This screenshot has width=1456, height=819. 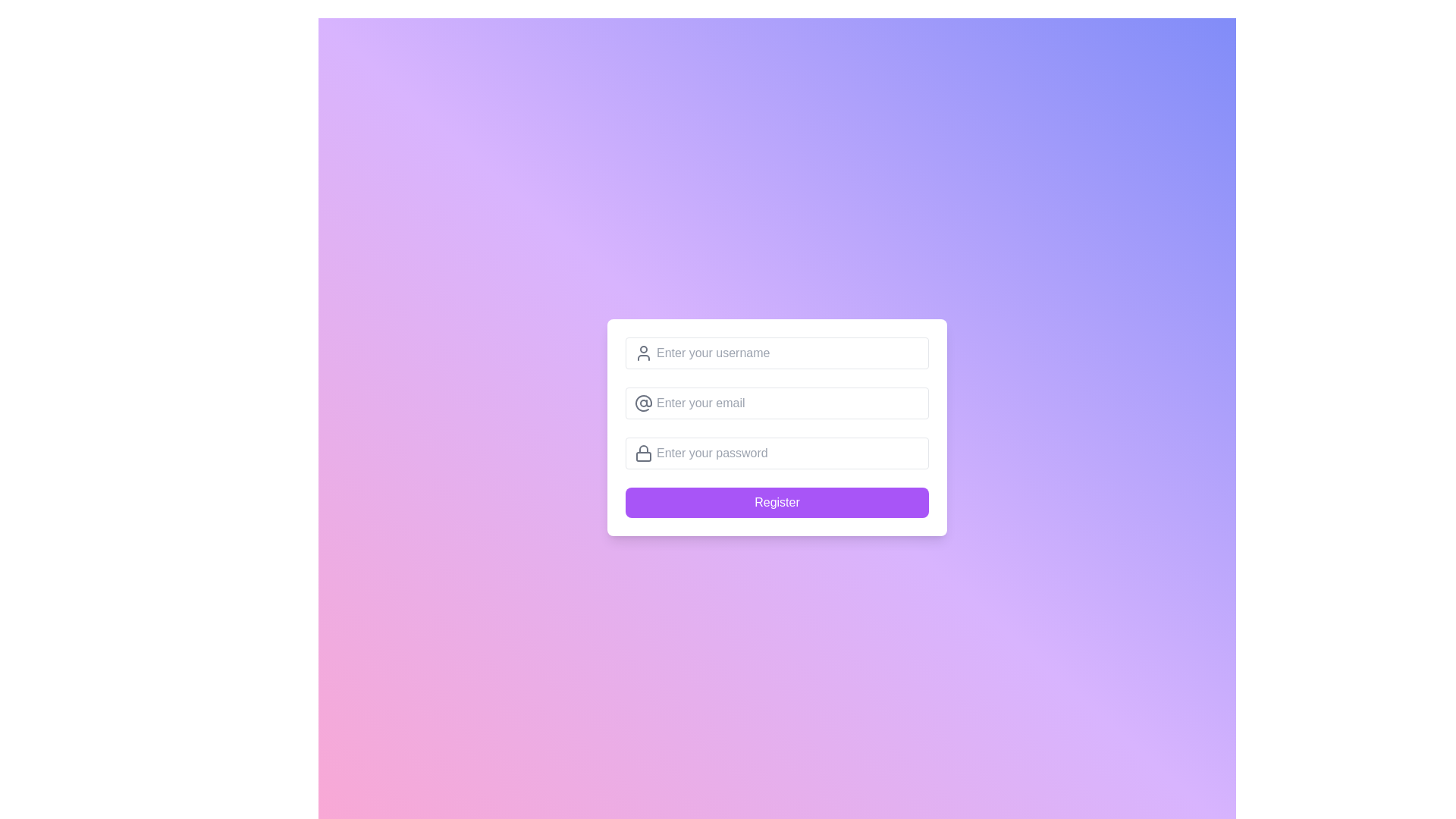 What do you see at coordinates (644, 452) in the screenshot?
I see `the lock icon positioned to the left of the password input field, which serves as a visual security indicator` at bounding box center [644, 452].